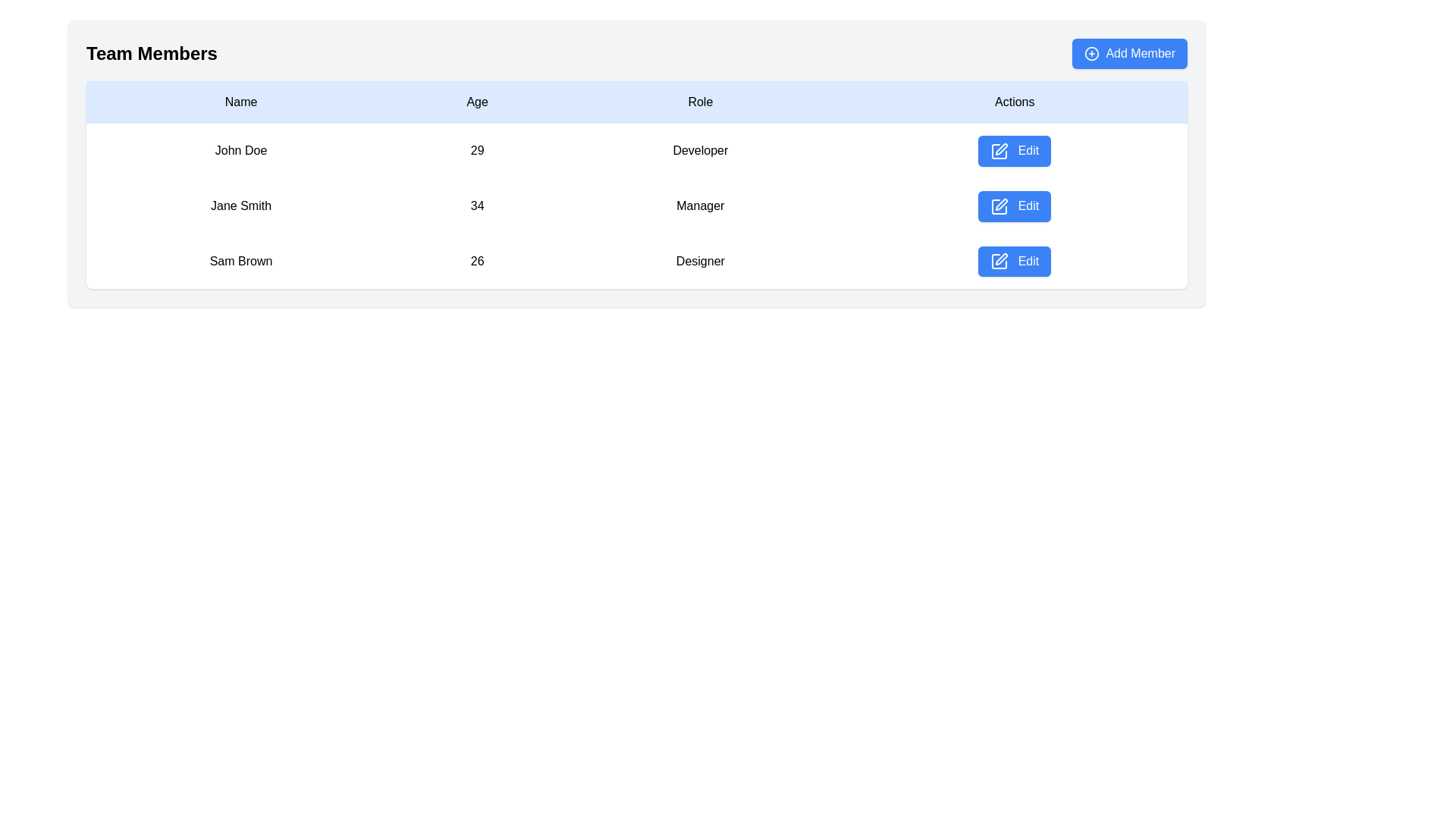  Describe the element at coordinates (476, 260) in the screenshot. I see `the text label displaying '26' in bold sans-serif font, which represents the age of 'Sam Brown' in the 'Team Members' section of the table` at that location.